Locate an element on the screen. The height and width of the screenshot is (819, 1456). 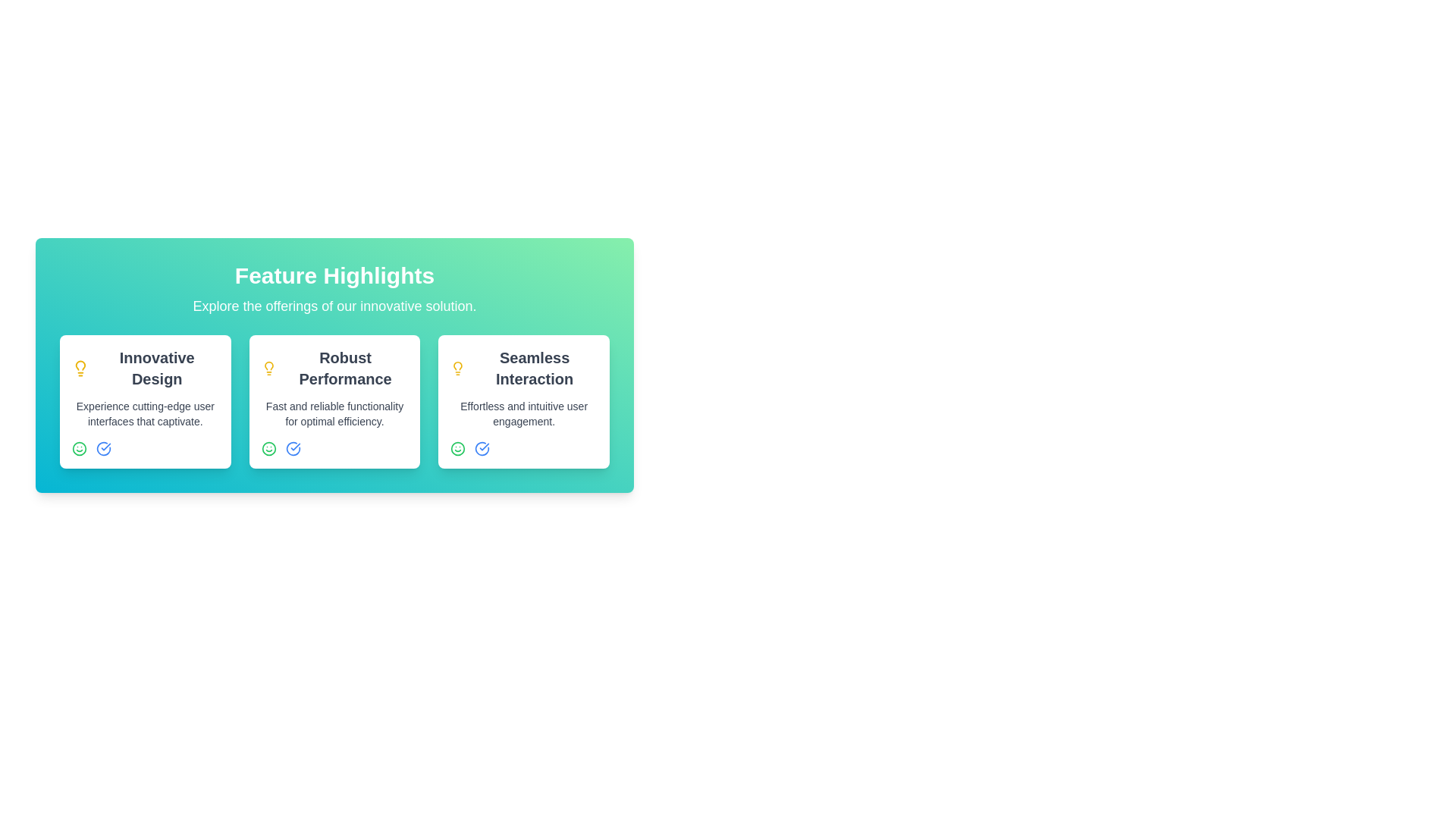
displayed text 'Seamless Interaction' from the text-based heading element located on the rightmost card in a set of three horizontally aligned cards is located at coordinates (535, 369).